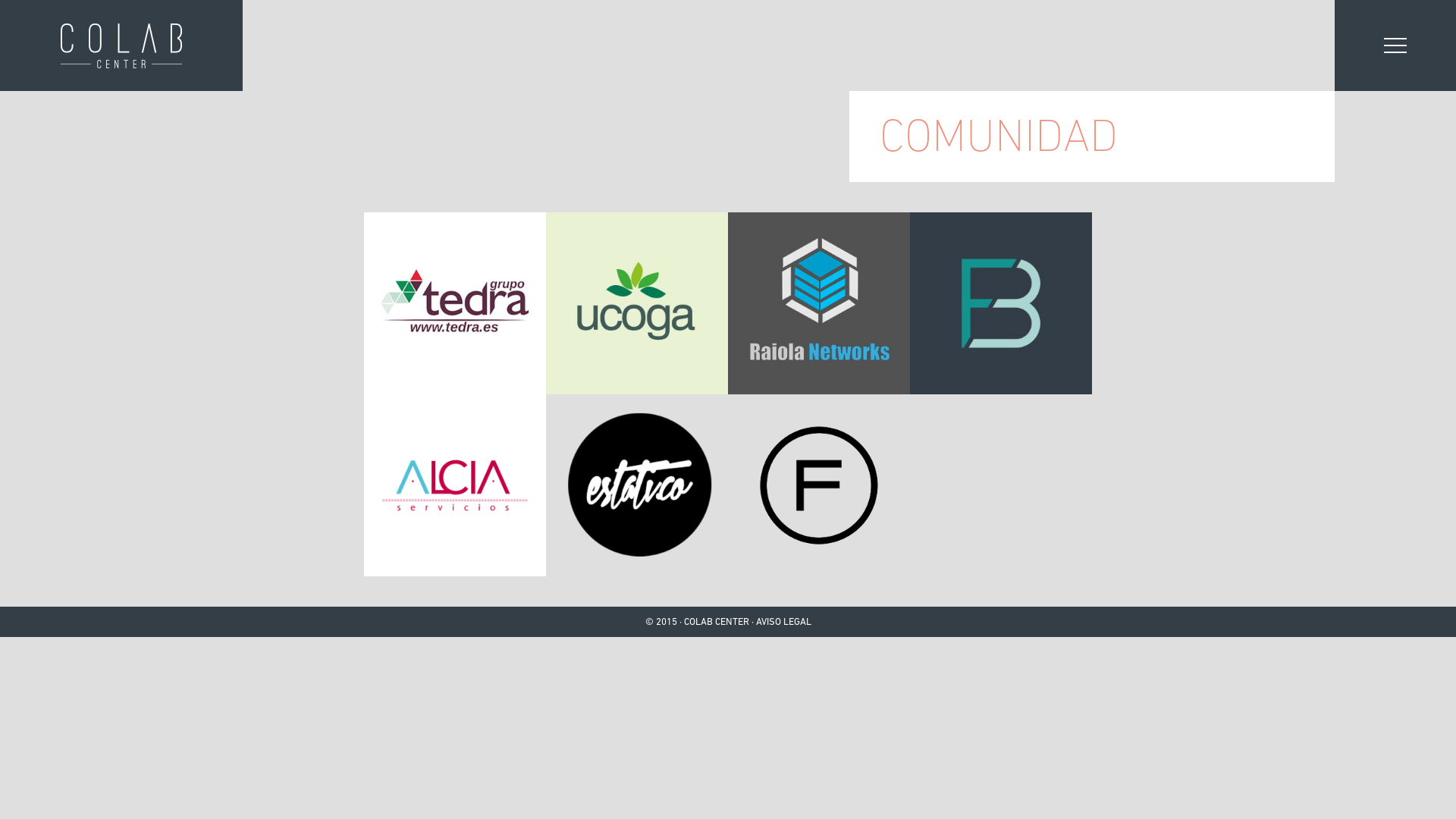  I want to click on 'AVISO LEGAL', so click(755, 622).